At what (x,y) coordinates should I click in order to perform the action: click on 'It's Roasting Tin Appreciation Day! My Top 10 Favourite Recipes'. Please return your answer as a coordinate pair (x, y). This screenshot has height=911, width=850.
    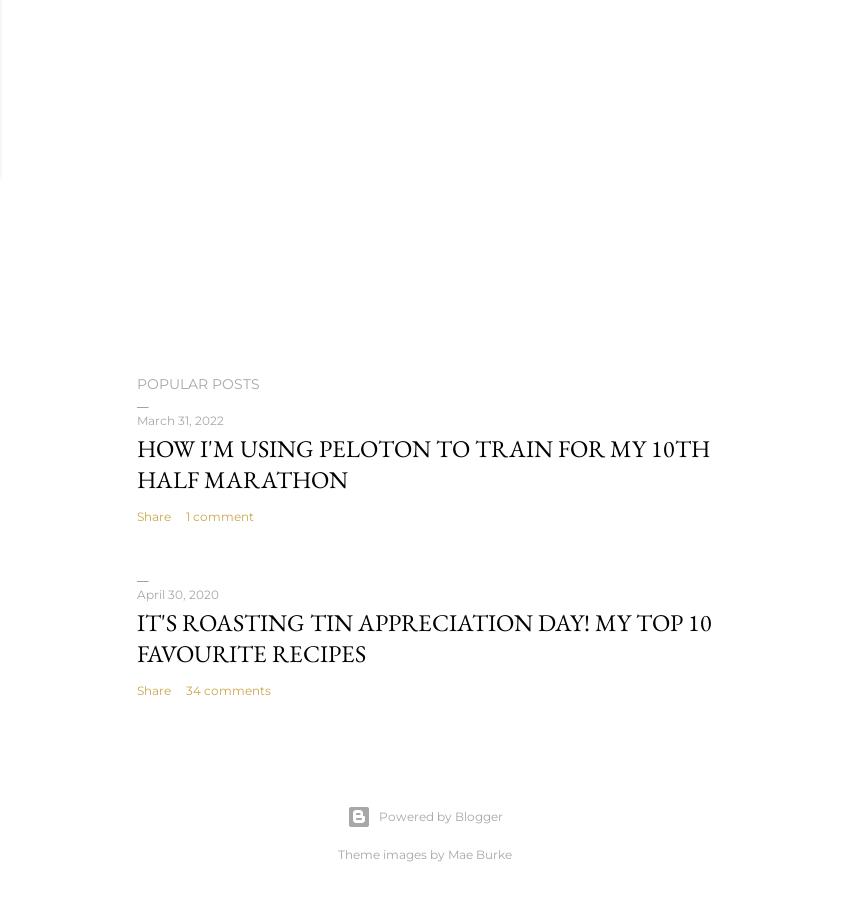
    Looking at the image, I should click on (424, 637).